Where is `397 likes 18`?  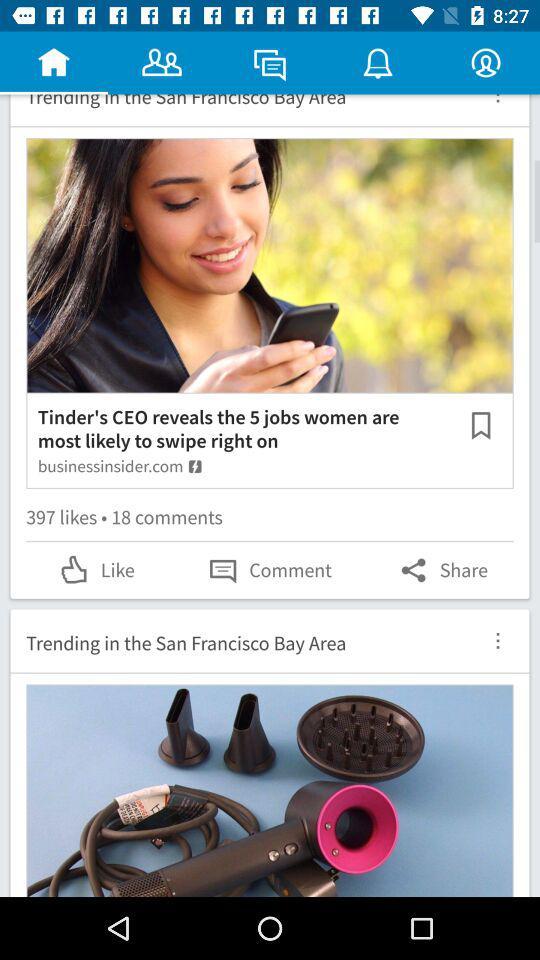
397 likes 18 is located at coordinates (270, 519).